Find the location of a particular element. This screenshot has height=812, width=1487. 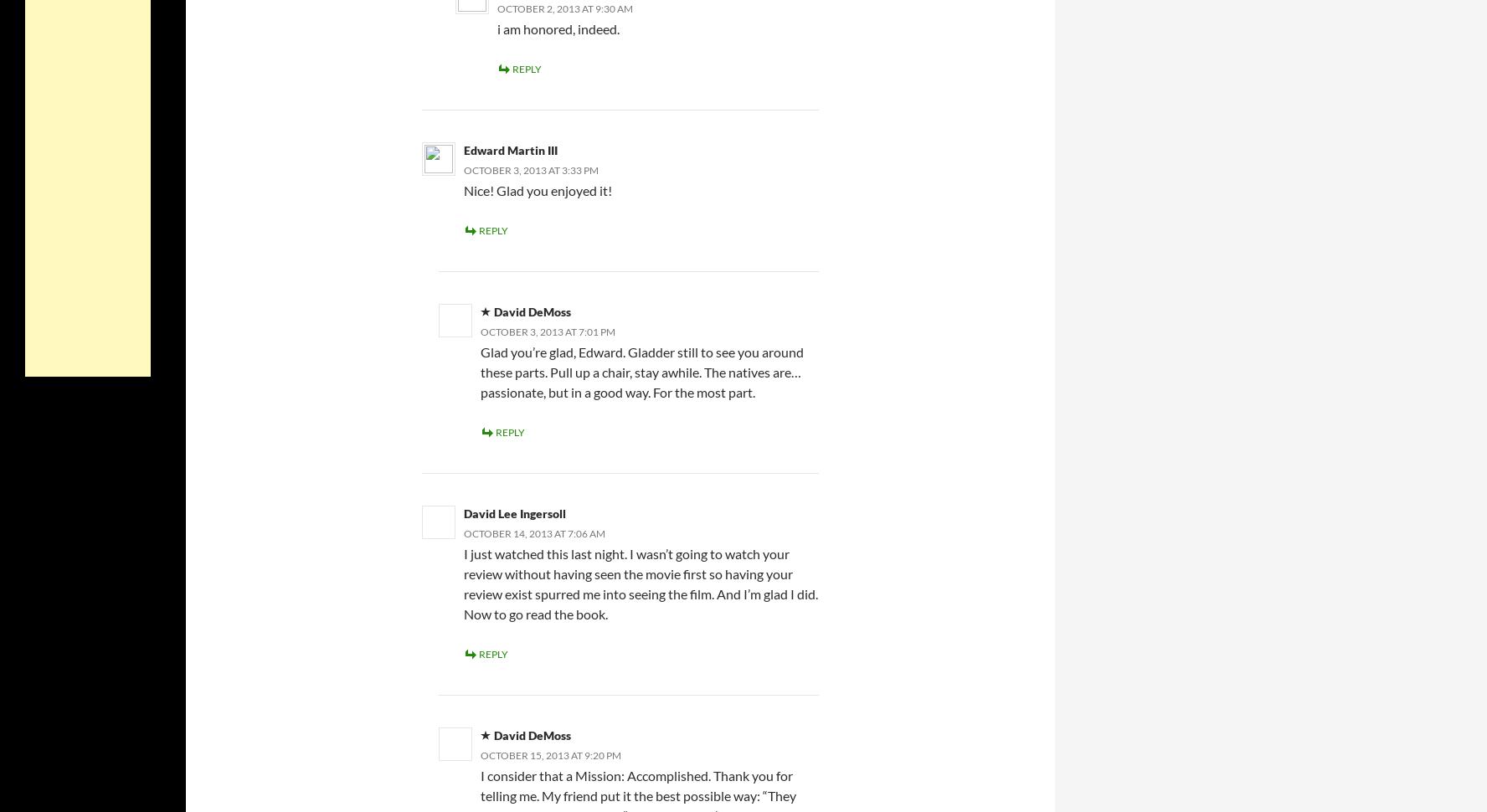

'Edward Martin III' is located at coordinates (510, 148).